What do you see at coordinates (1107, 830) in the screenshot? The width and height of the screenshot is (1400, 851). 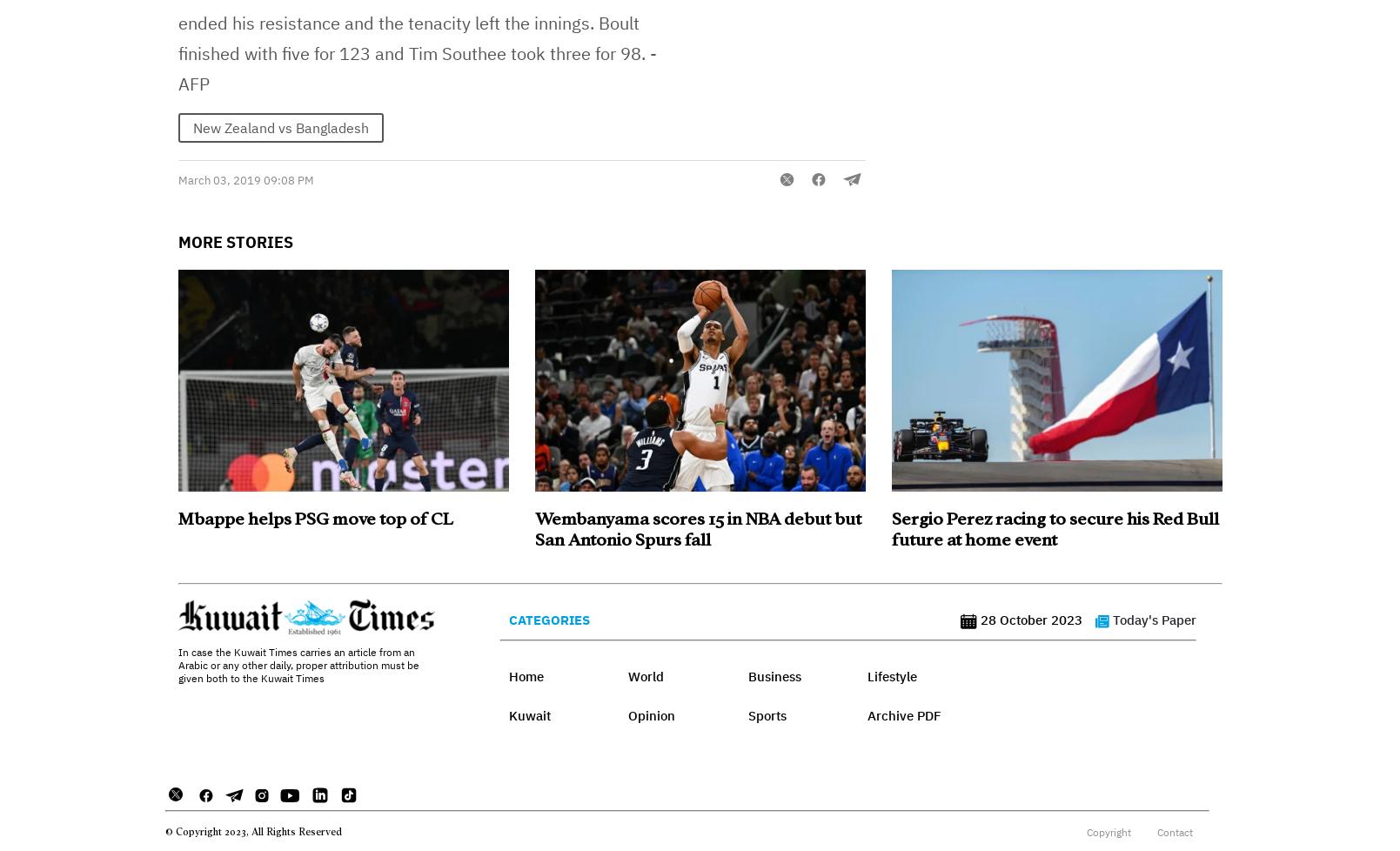 I see `'Copyright'` at bounding box center [1107, 830].